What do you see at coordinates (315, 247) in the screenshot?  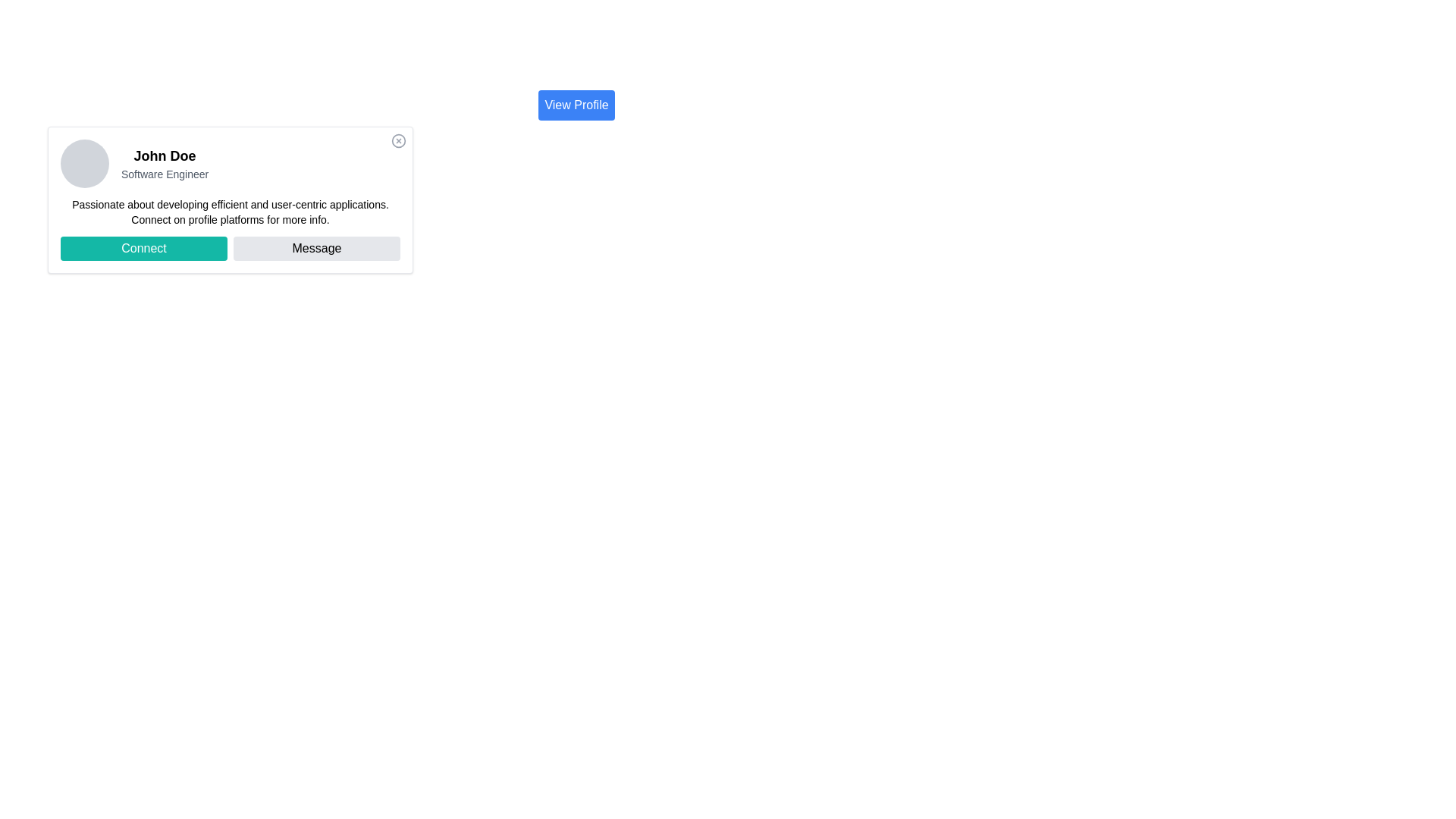 I see `the messaging button located to the right of the 'Connect' button` at bounding box center [315, 247].